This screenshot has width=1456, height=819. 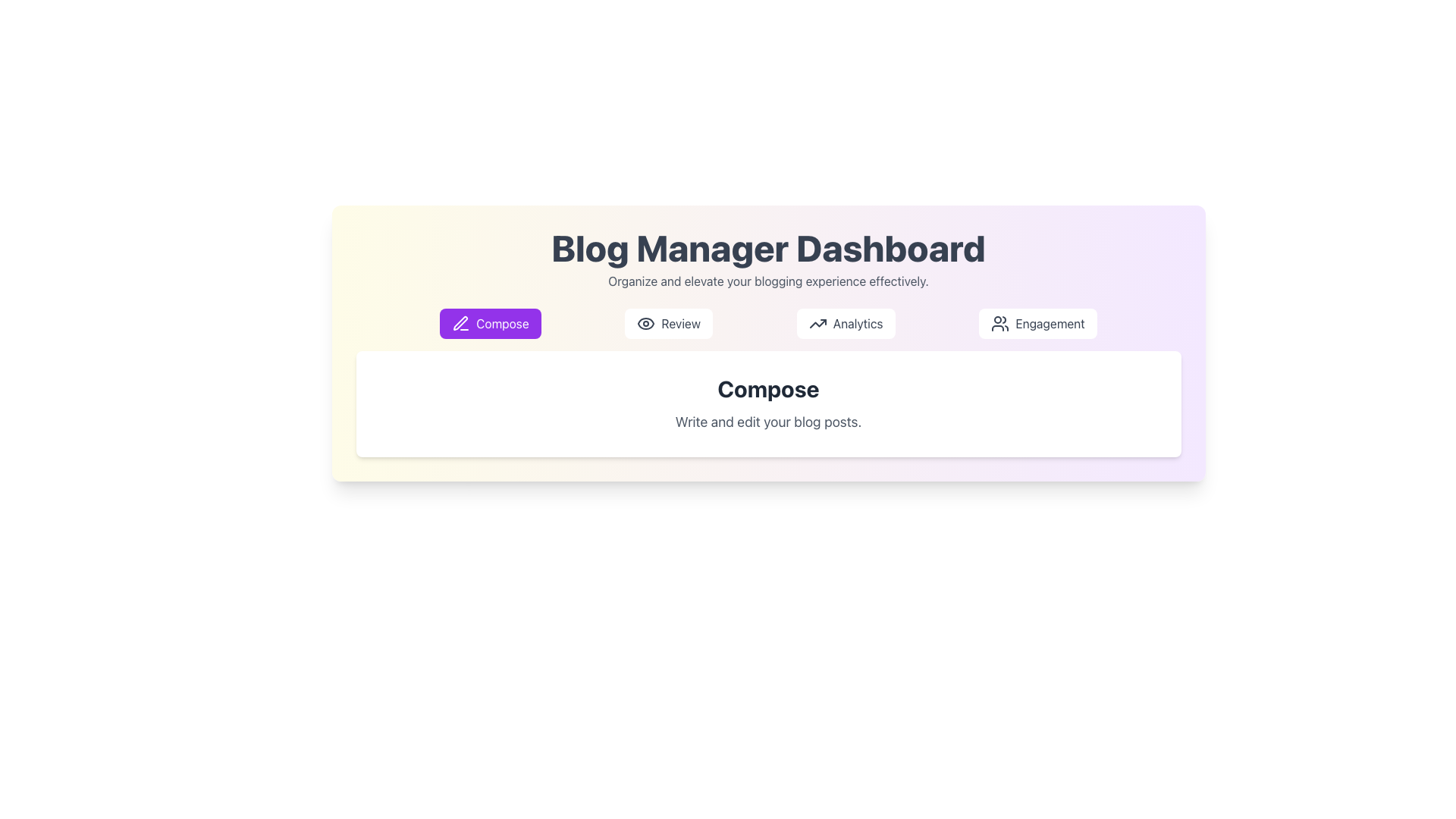 What do you see at coordinates (646, 323) in the screenshot?
I see `the 'Review' button which contains an eye-shaped icon` at bounding box center [646, 323].